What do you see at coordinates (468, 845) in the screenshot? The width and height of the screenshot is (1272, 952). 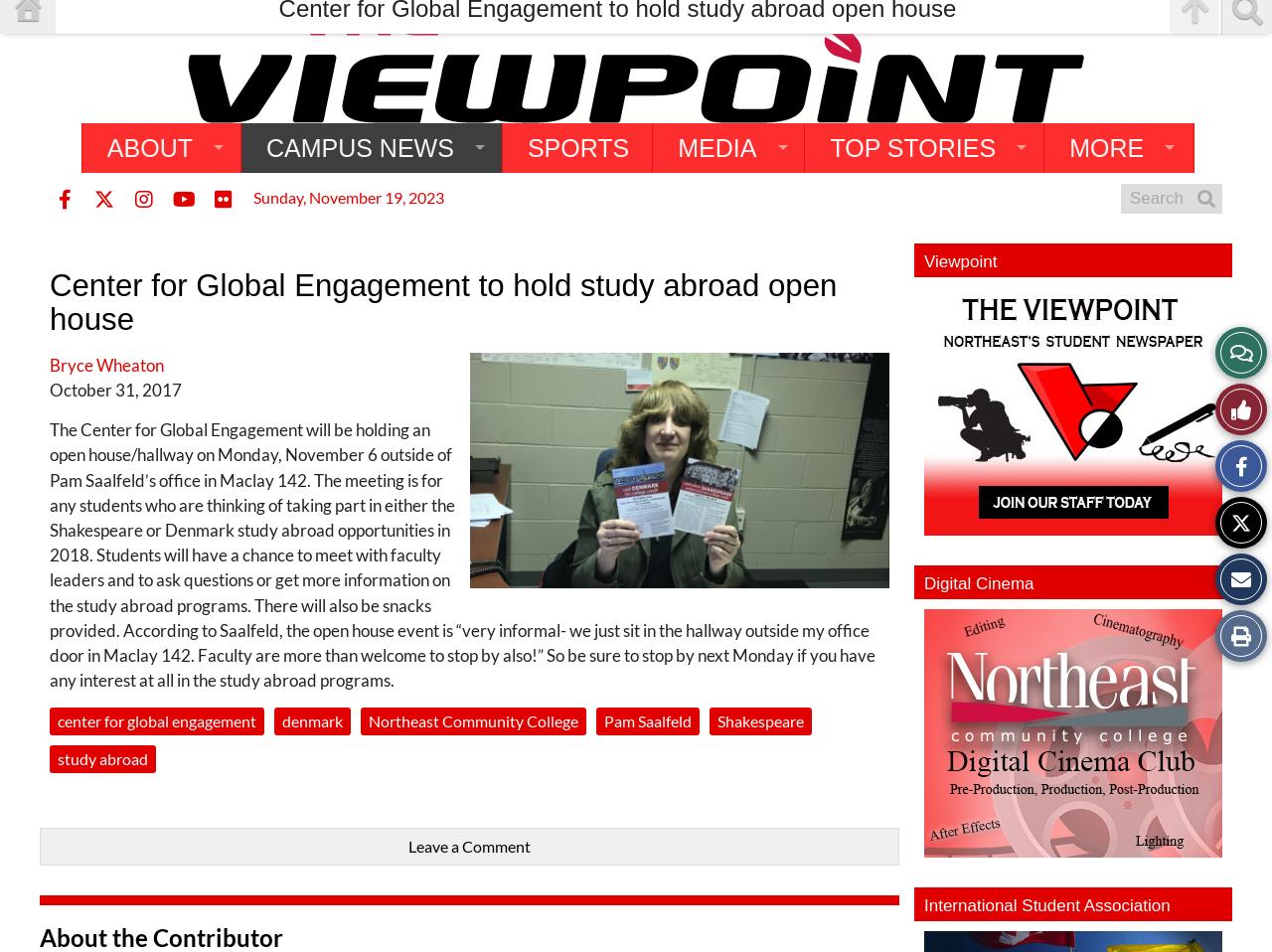 I see `'Leave a Comment'` at bounding box center [468, 845].